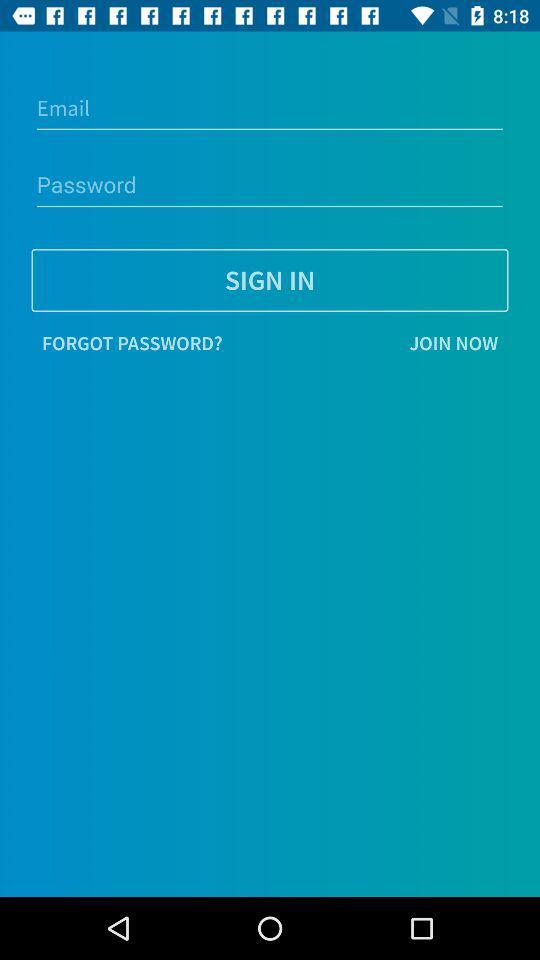  What do you see at coordinates (132, 343) in the screenshot?
I see `forgot password? on the left` at bounding box center [132, 343].